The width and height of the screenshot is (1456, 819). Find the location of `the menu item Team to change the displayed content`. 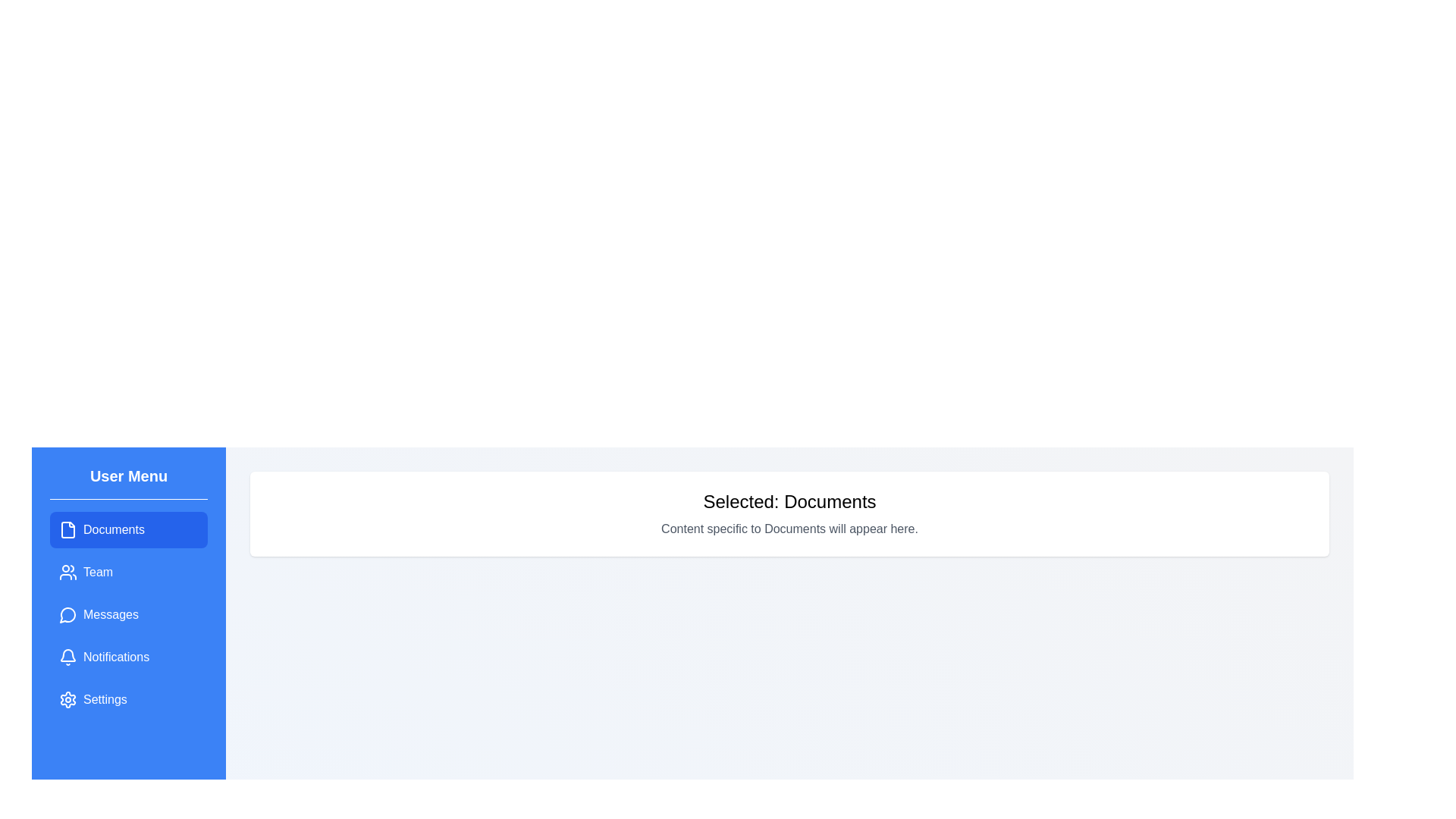

the menu item Team to change the displayed content is located at coordinates (128, 573).